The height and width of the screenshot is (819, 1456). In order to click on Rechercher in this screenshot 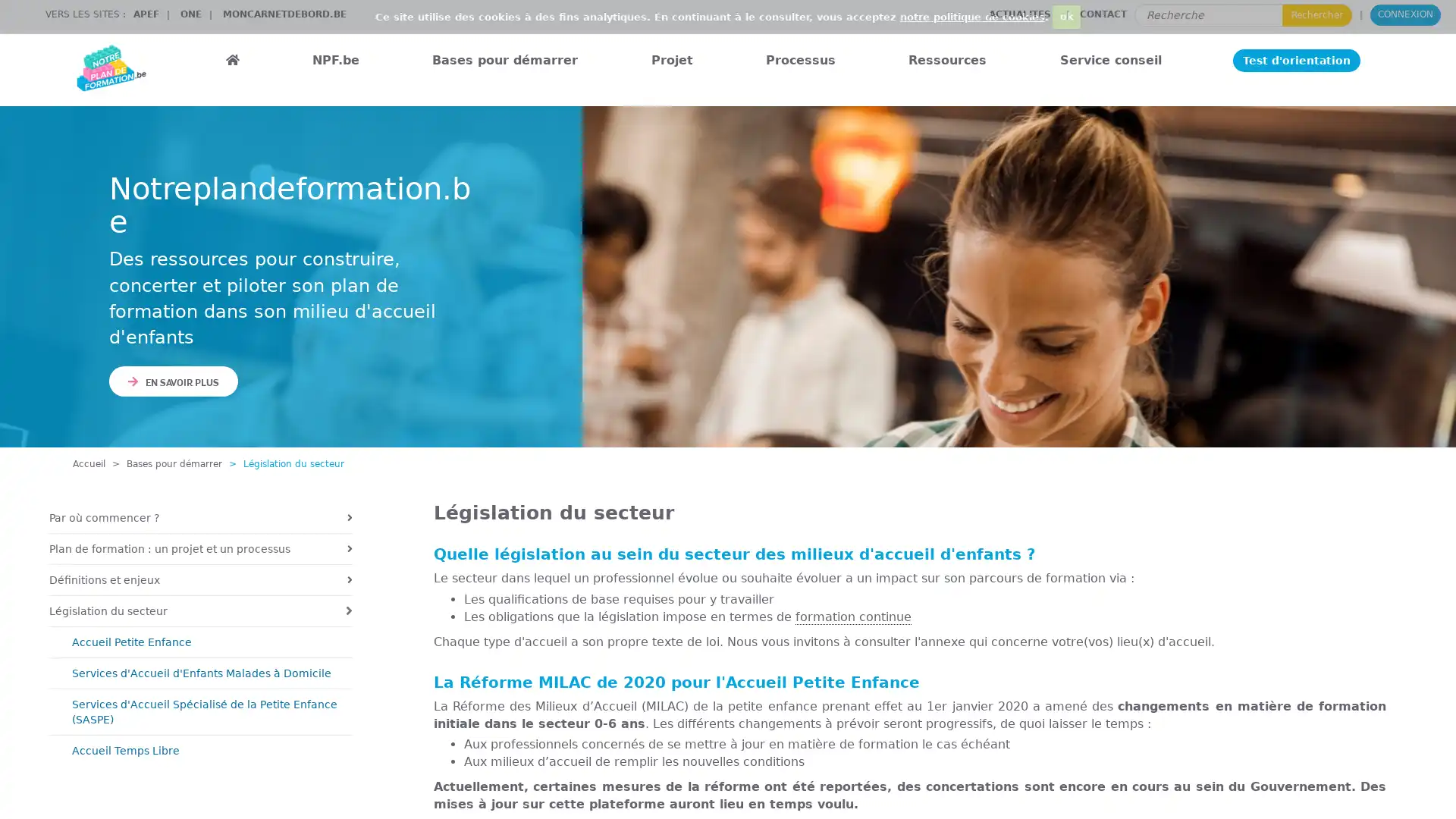, I will do `click(1316, 14)`.